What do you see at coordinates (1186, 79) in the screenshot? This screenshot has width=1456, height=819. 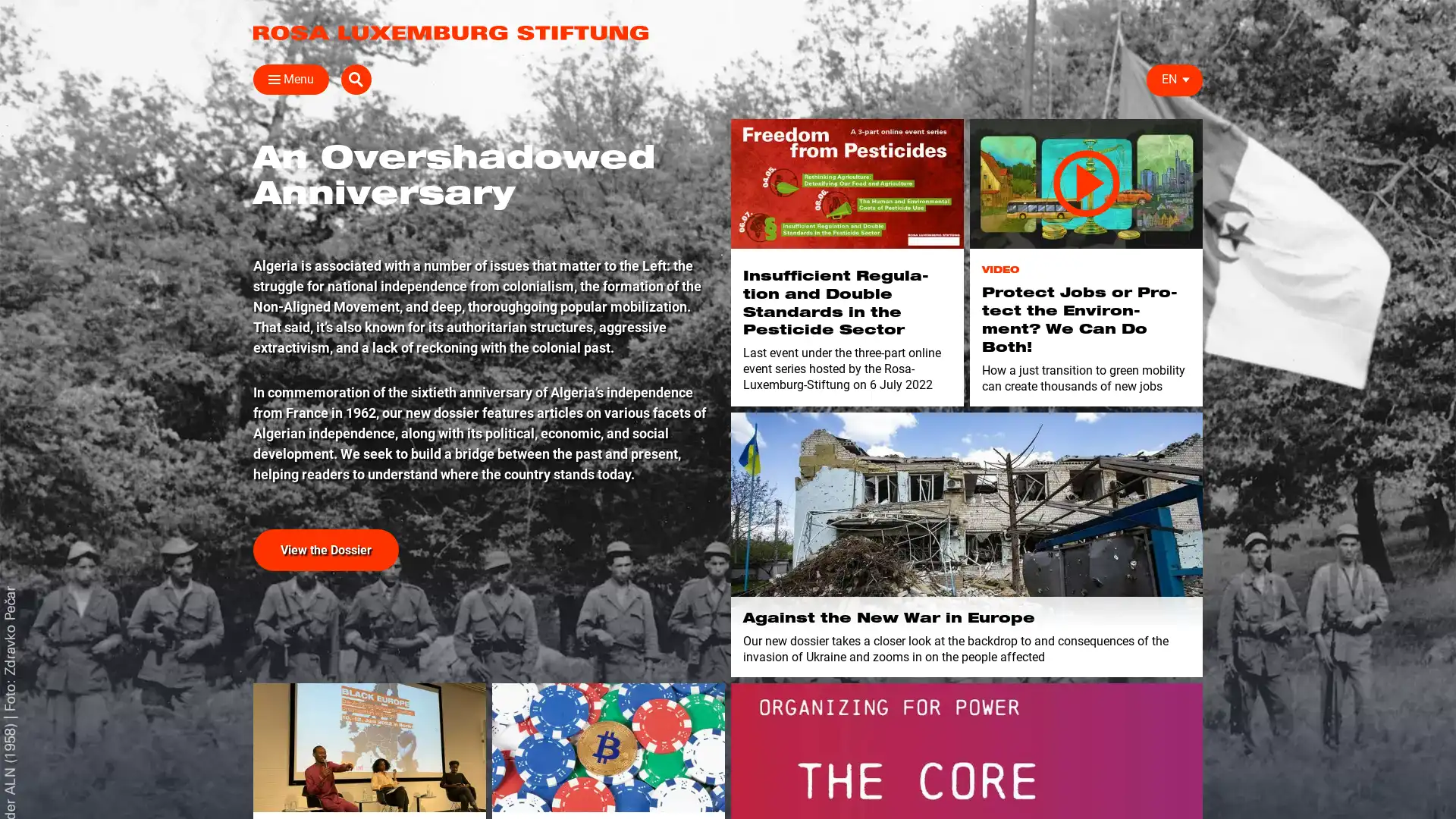 I see `Search` at bounding box center [1186, 79].